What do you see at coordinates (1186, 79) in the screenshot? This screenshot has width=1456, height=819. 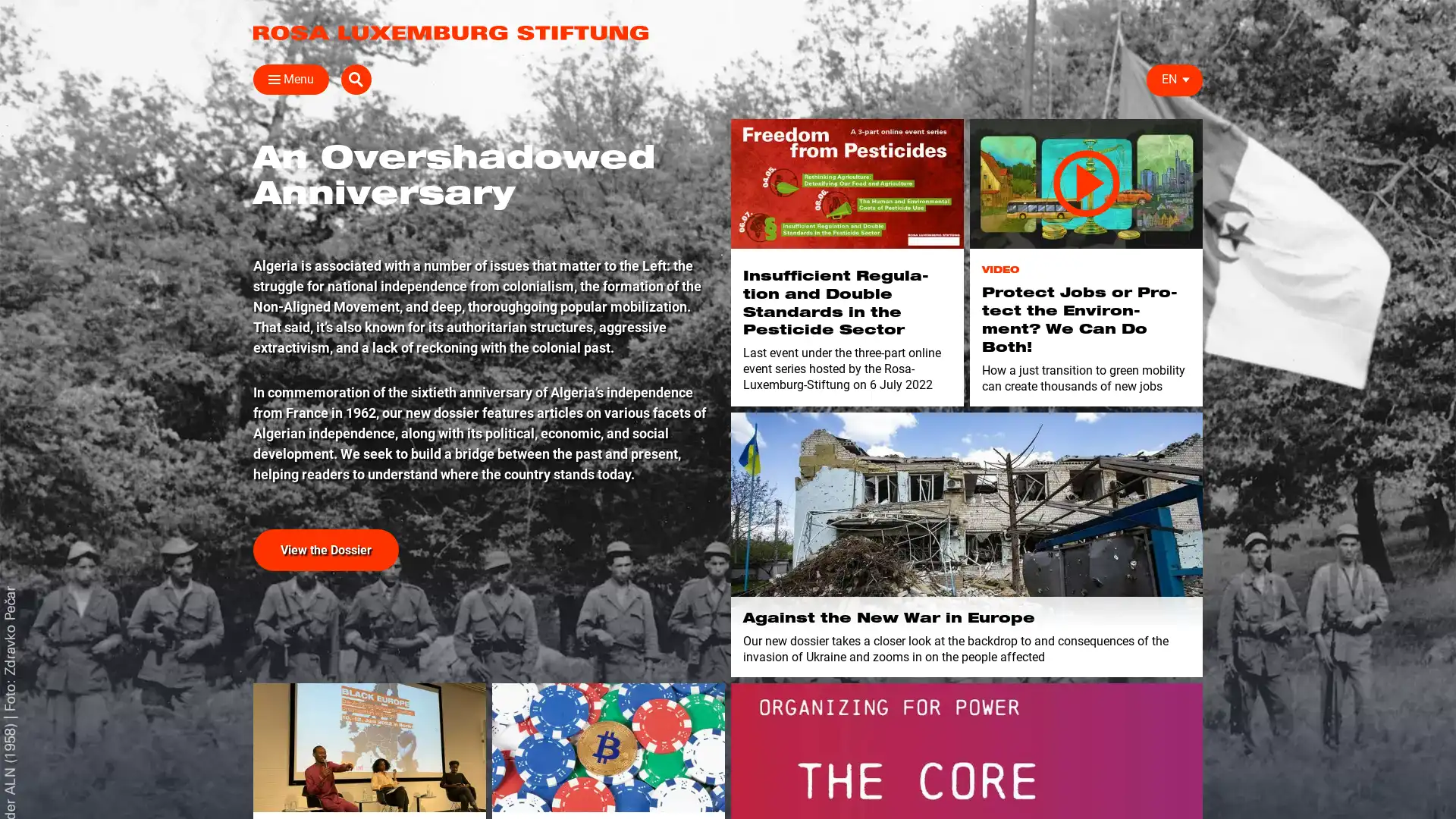 I see `Search` at bounding box center [1186, 79].